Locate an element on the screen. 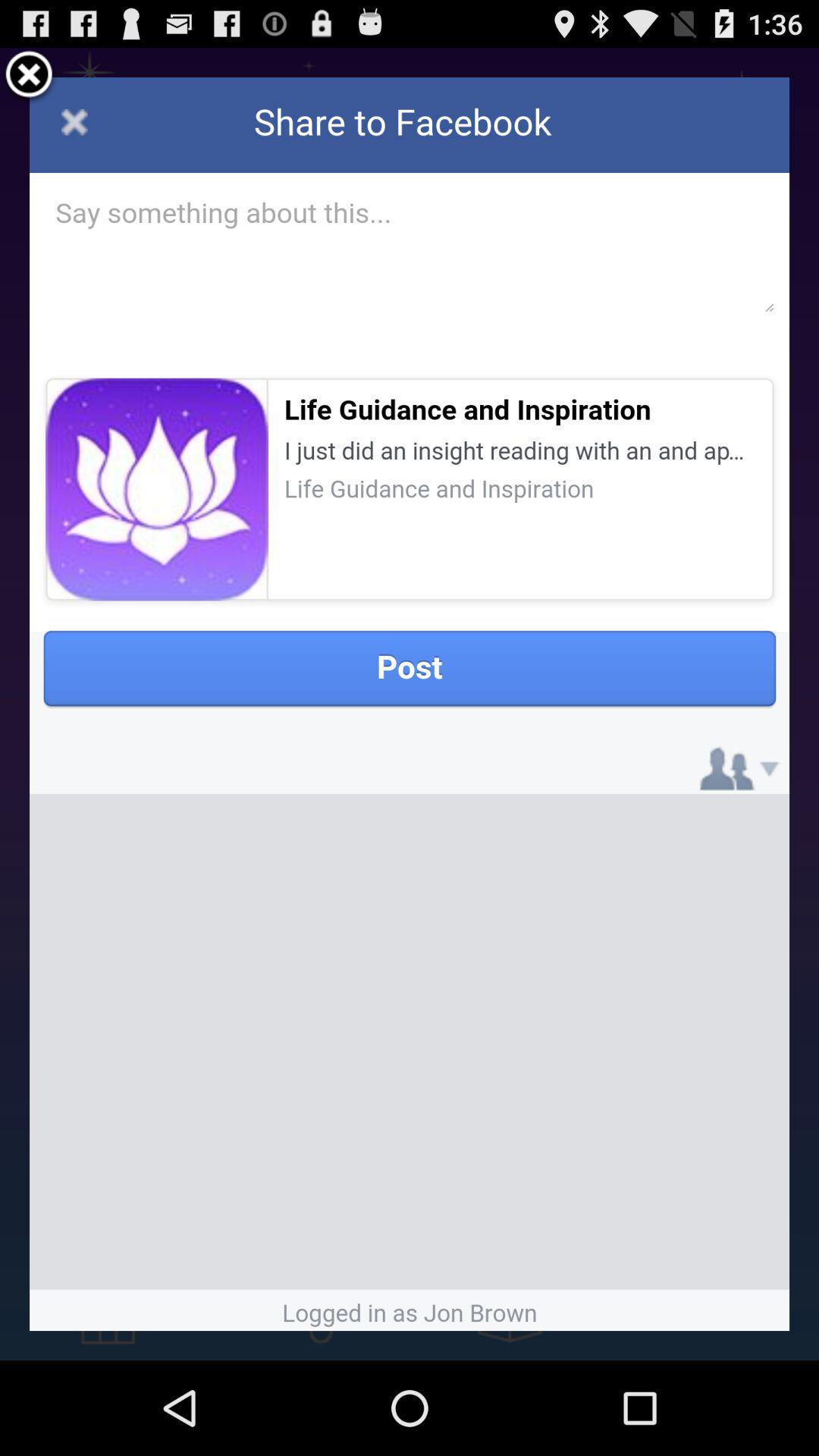  the icon at the center is located at coordinates (409, 703).